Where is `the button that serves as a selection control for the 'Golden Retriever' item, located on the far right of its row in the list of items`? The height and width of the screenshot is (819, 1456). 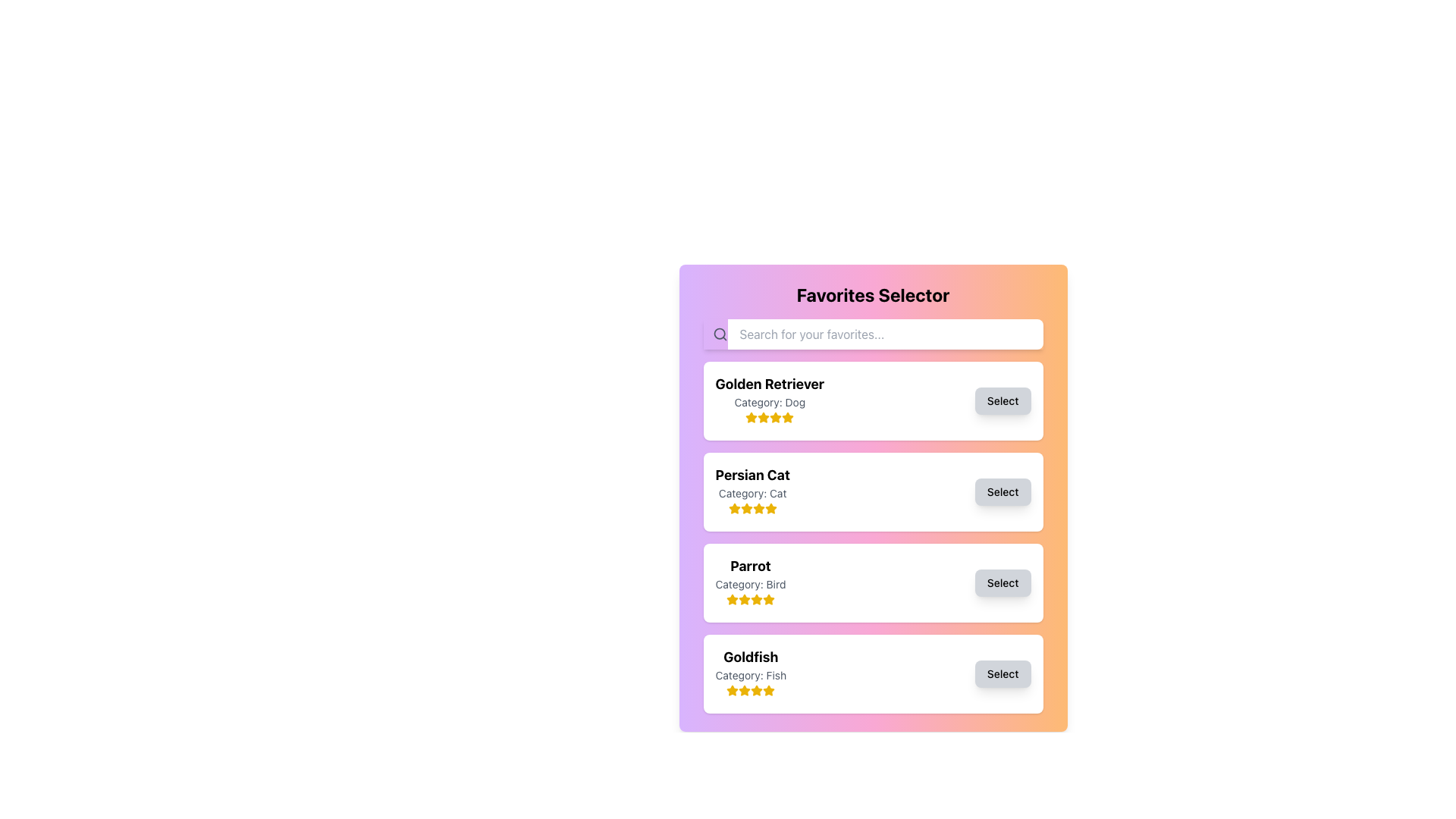 the button that serves as a selection control for the 'Golden Retriever' item, located on the far right of its row in the list of items is located at coordinates (1003, 400).